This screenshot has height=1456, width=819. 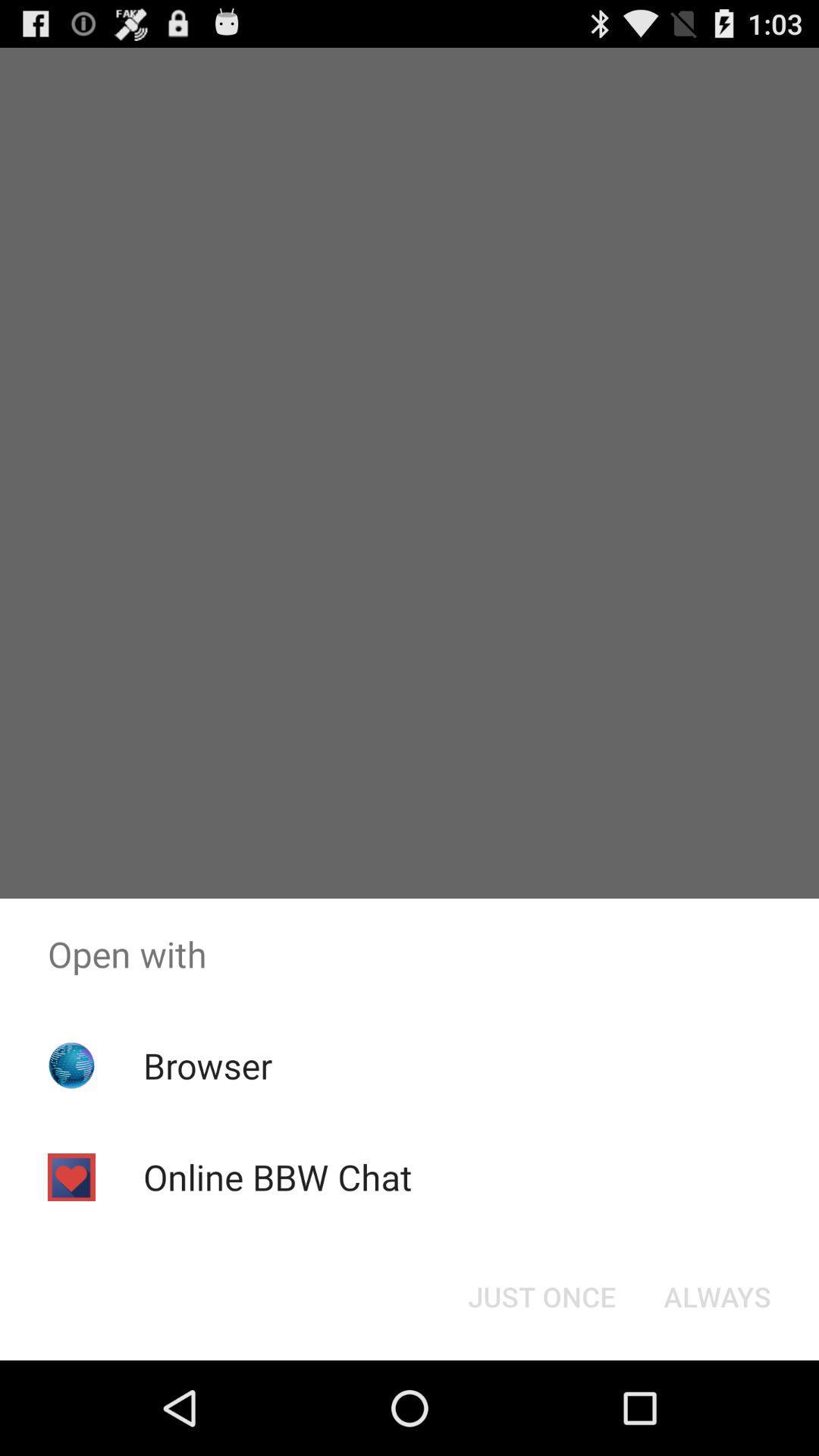 I want to click on the online bbw chat icon, so click(x=278, y=1176).